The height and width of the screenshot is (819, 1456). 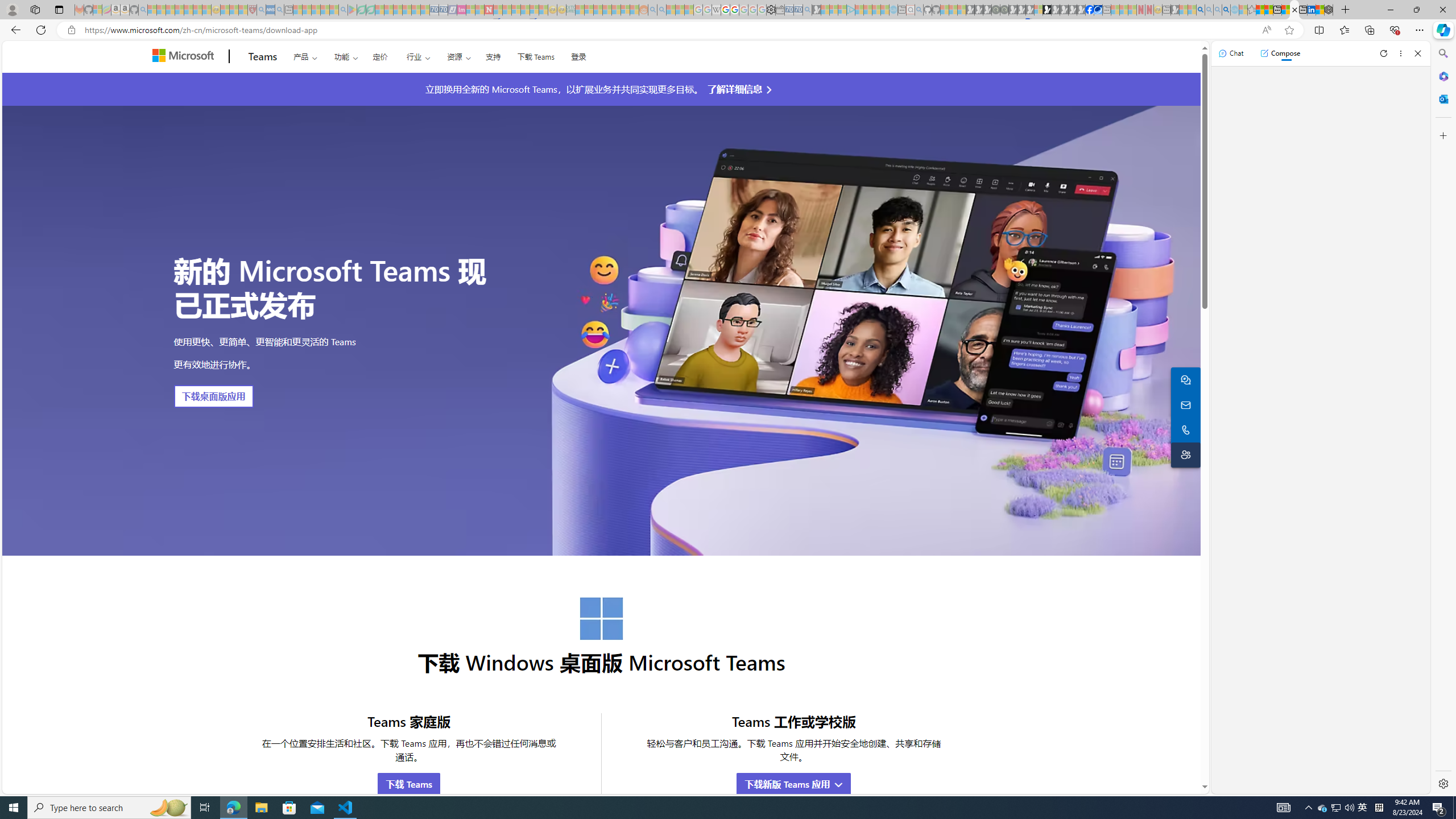 I want to click on 'Compose', so click(x=1280, y=52).